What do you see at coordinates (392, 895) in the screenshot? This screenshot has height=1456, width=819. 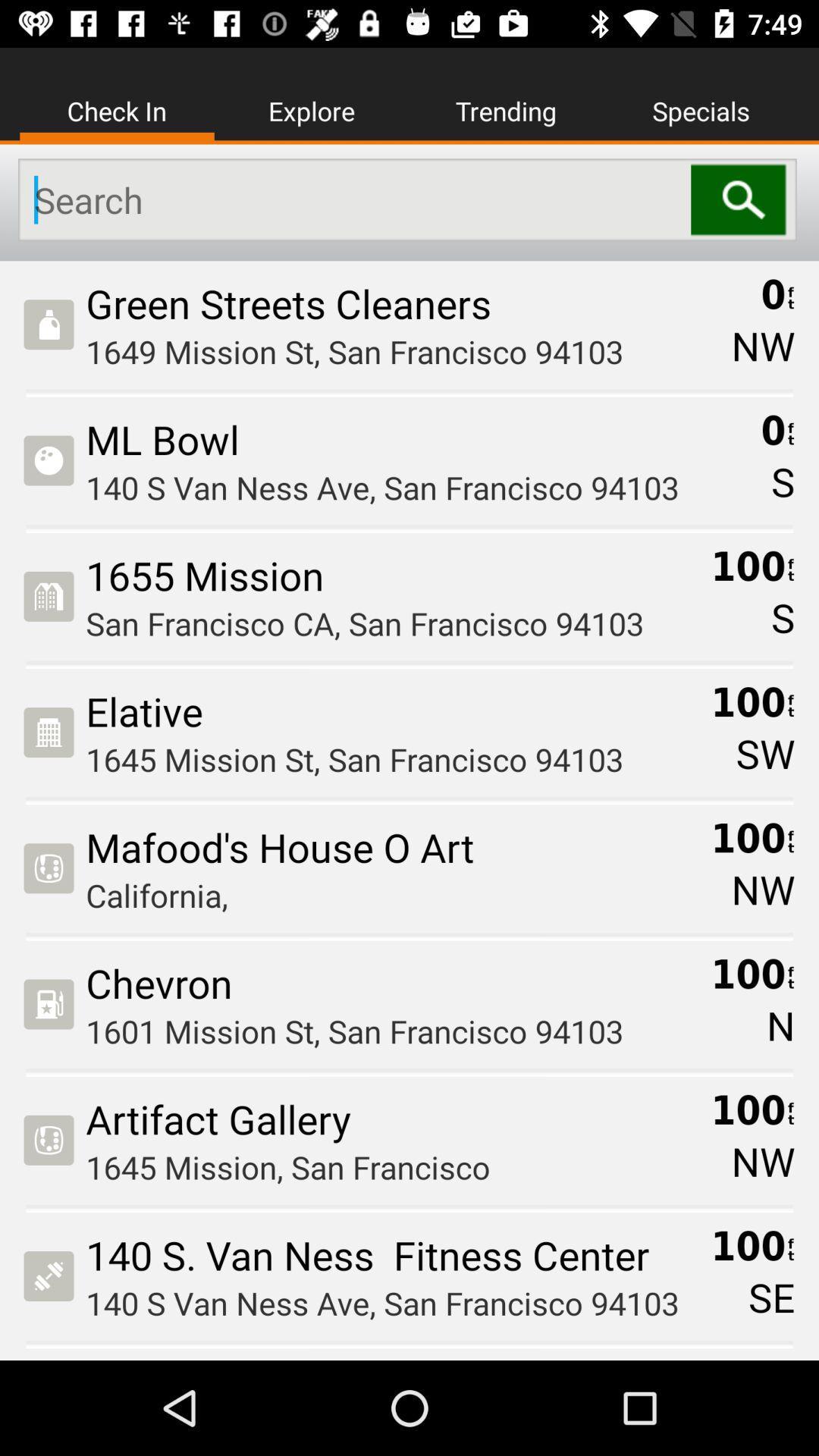 I see `the icon below the mafood s house item` at bounding box center [392, 895].